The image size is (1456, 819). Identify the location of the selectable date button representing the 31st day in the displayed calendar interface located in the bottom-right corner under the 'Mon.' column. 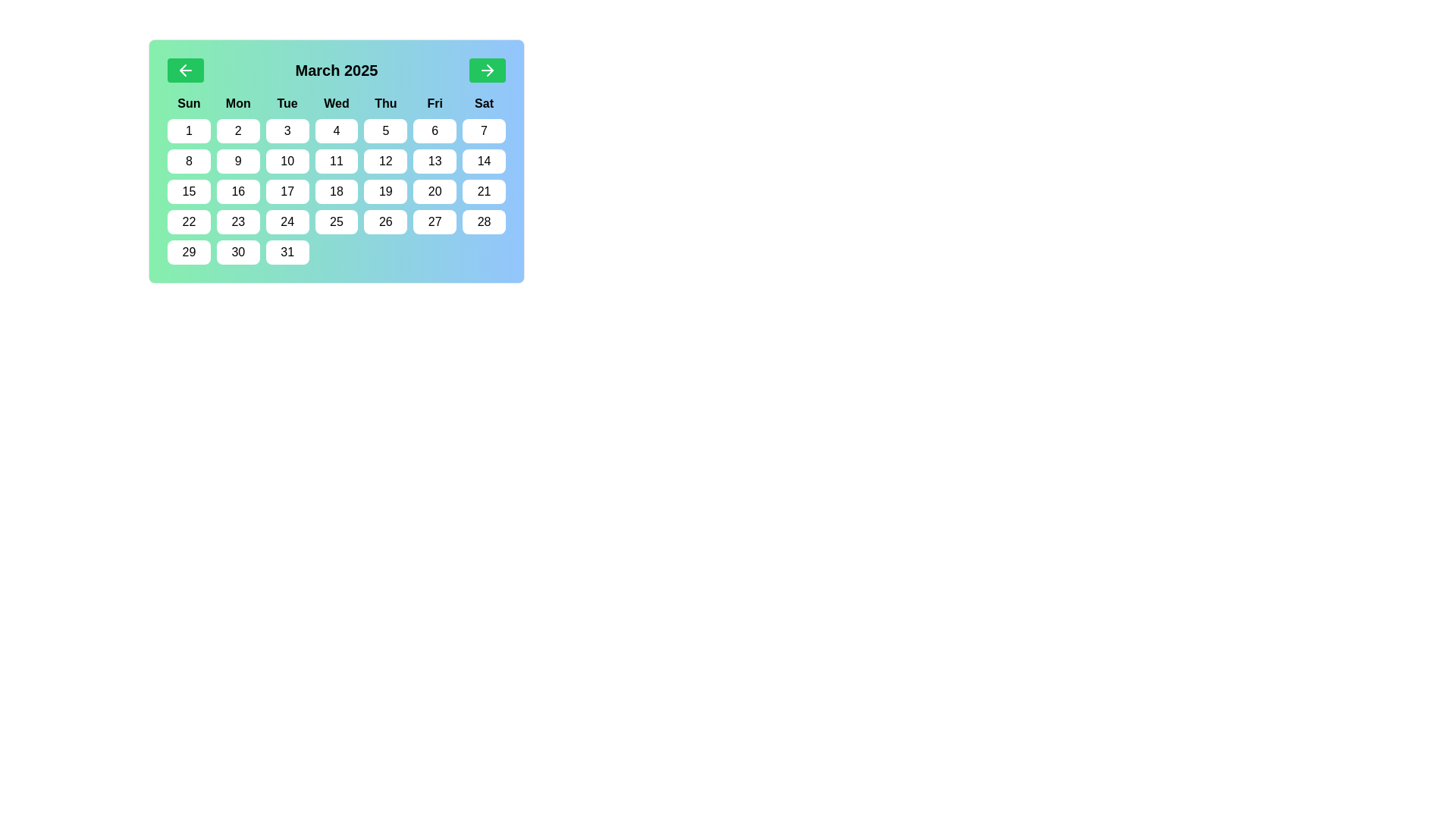
(287, 251).